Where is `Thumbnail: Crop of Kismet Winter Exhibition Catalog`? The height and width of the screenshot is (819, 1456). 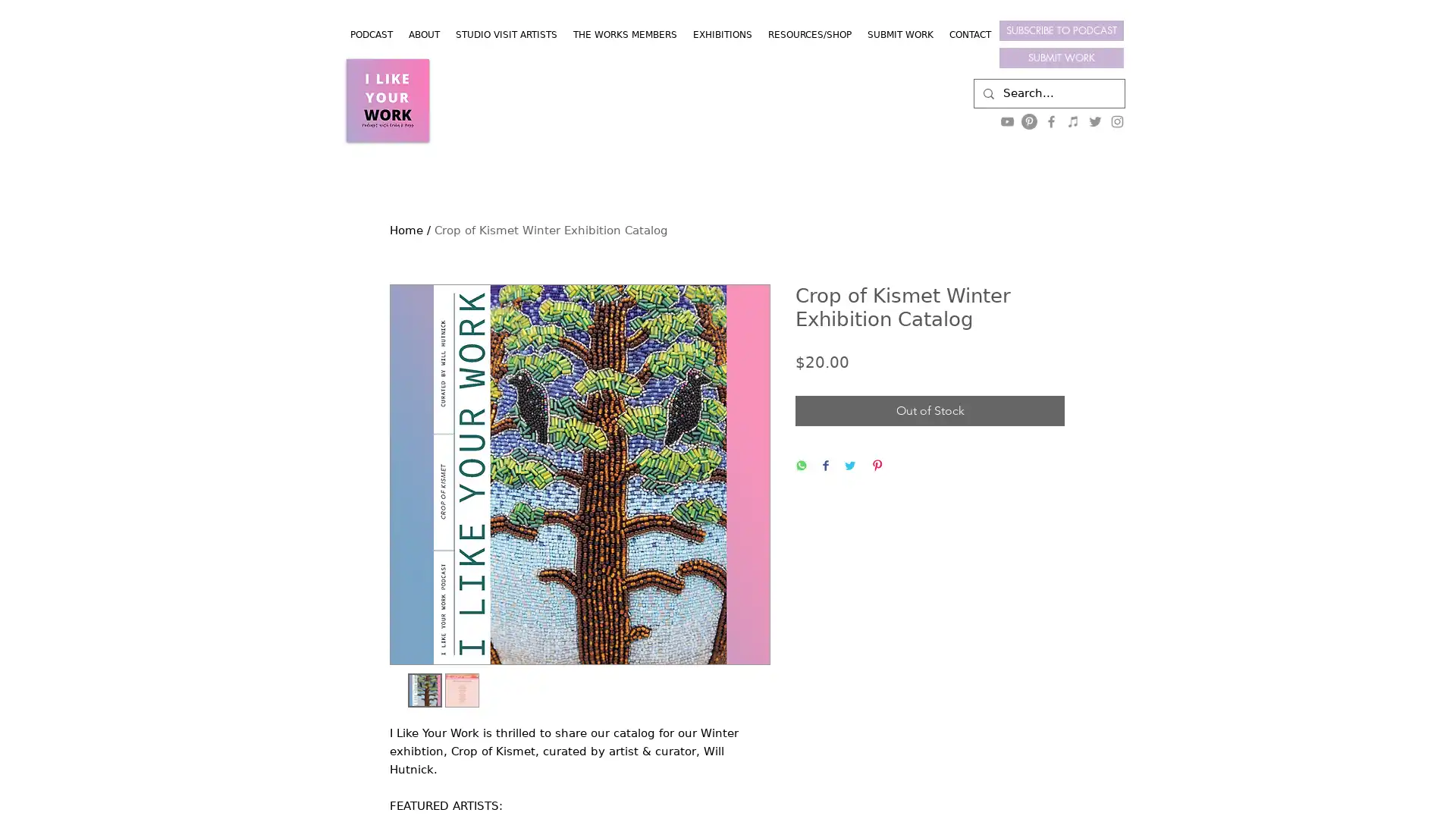 Thumbnail: Crop of Kismet Winter Exhibition Catalog is located at coordinates (424, 690).